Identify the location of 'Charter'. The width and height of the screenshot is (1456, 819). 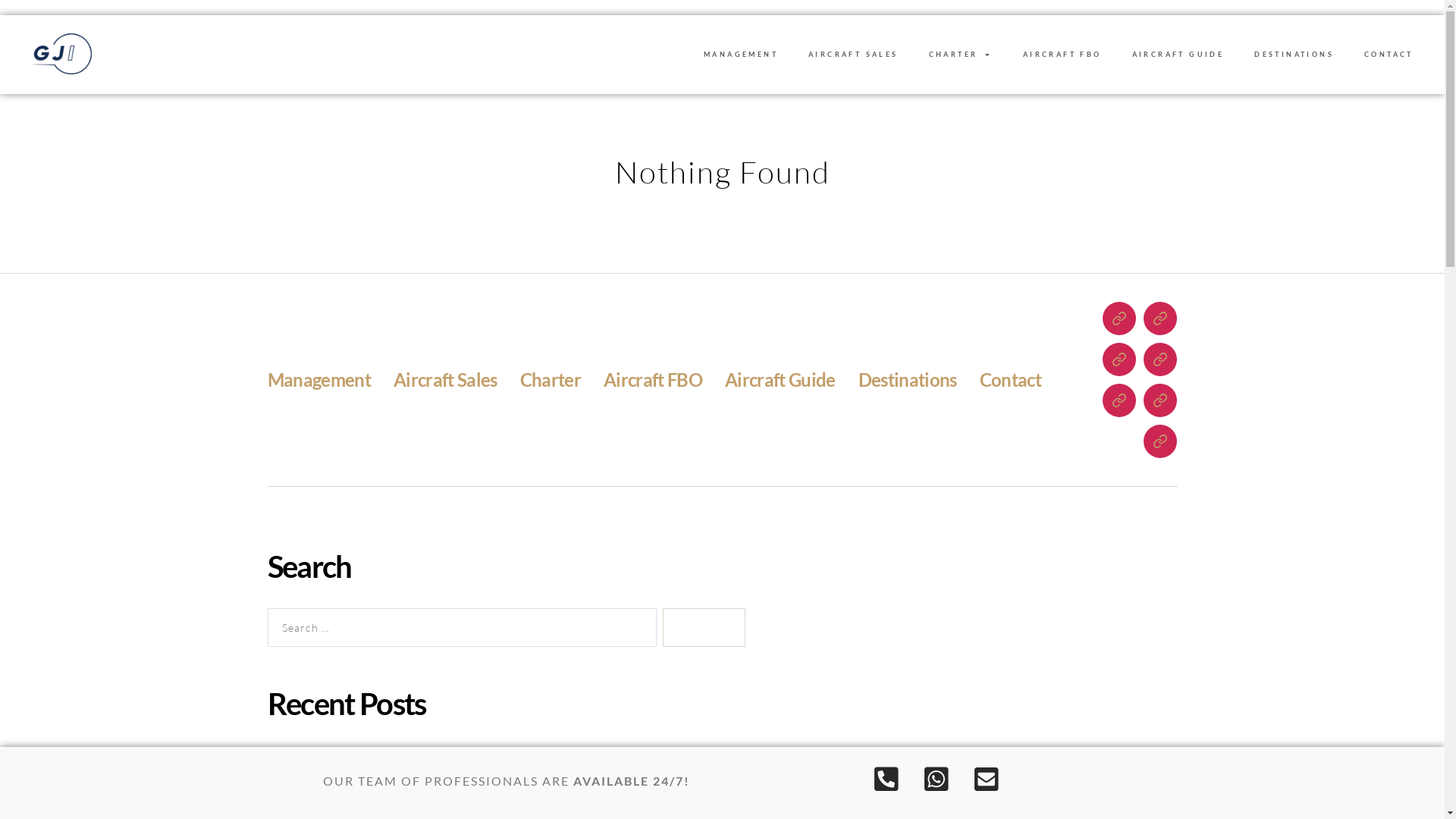
(549, 378).